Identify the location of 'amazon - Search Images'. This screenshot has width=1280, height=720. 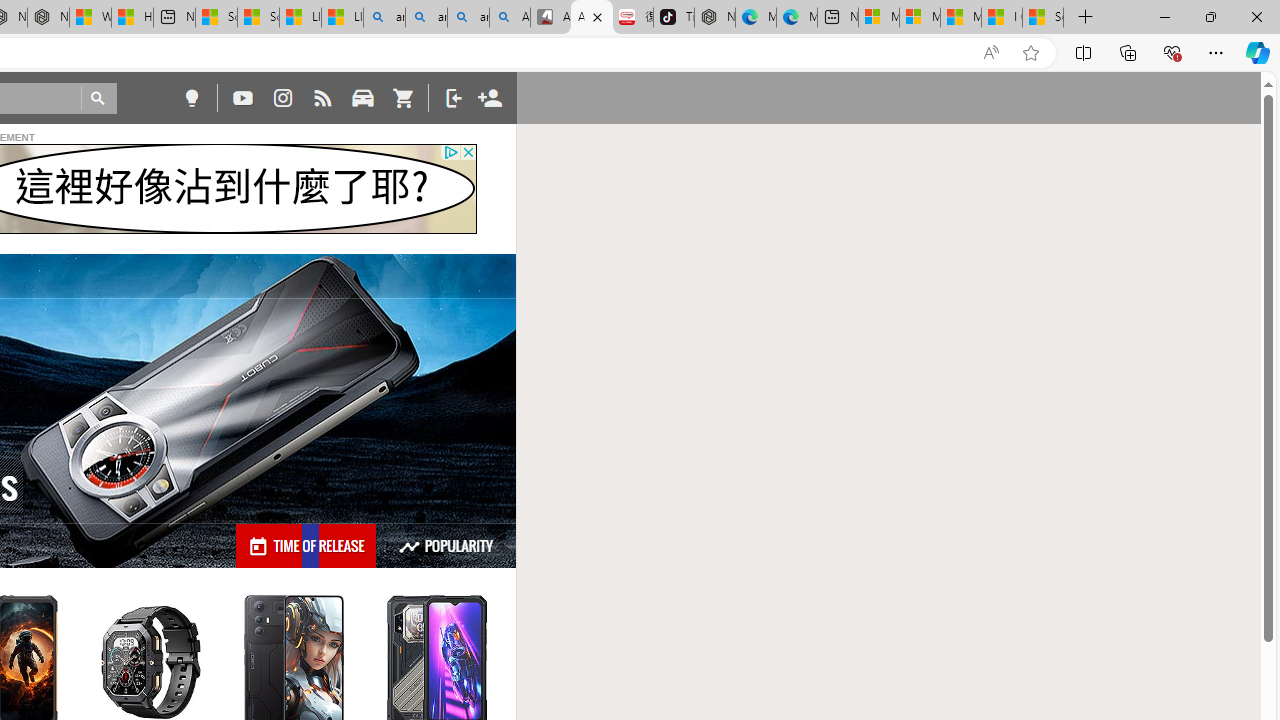
(467, 17).